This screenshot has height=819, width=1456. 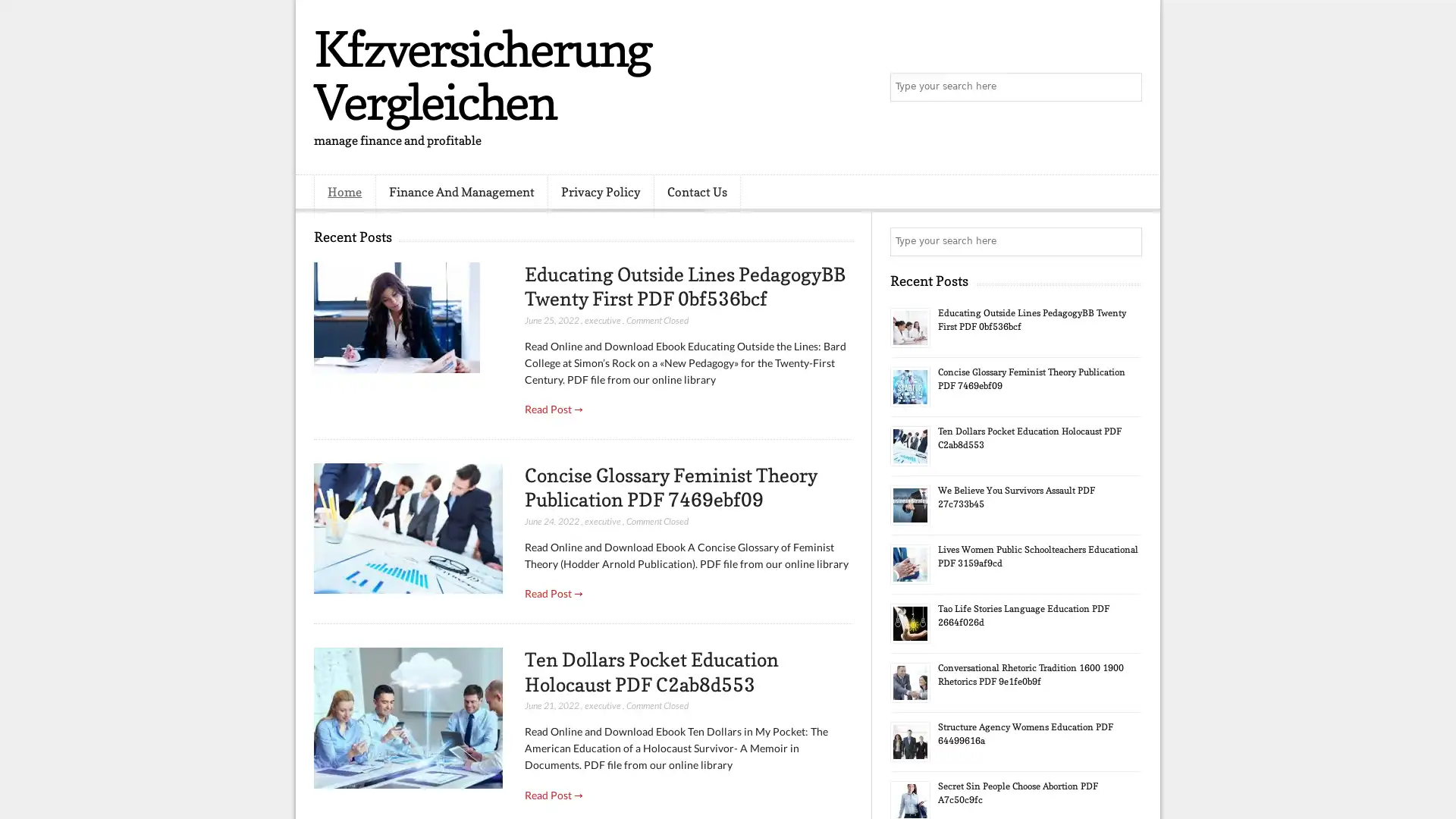 I want to click on Search, so click(x=1126, y=241).